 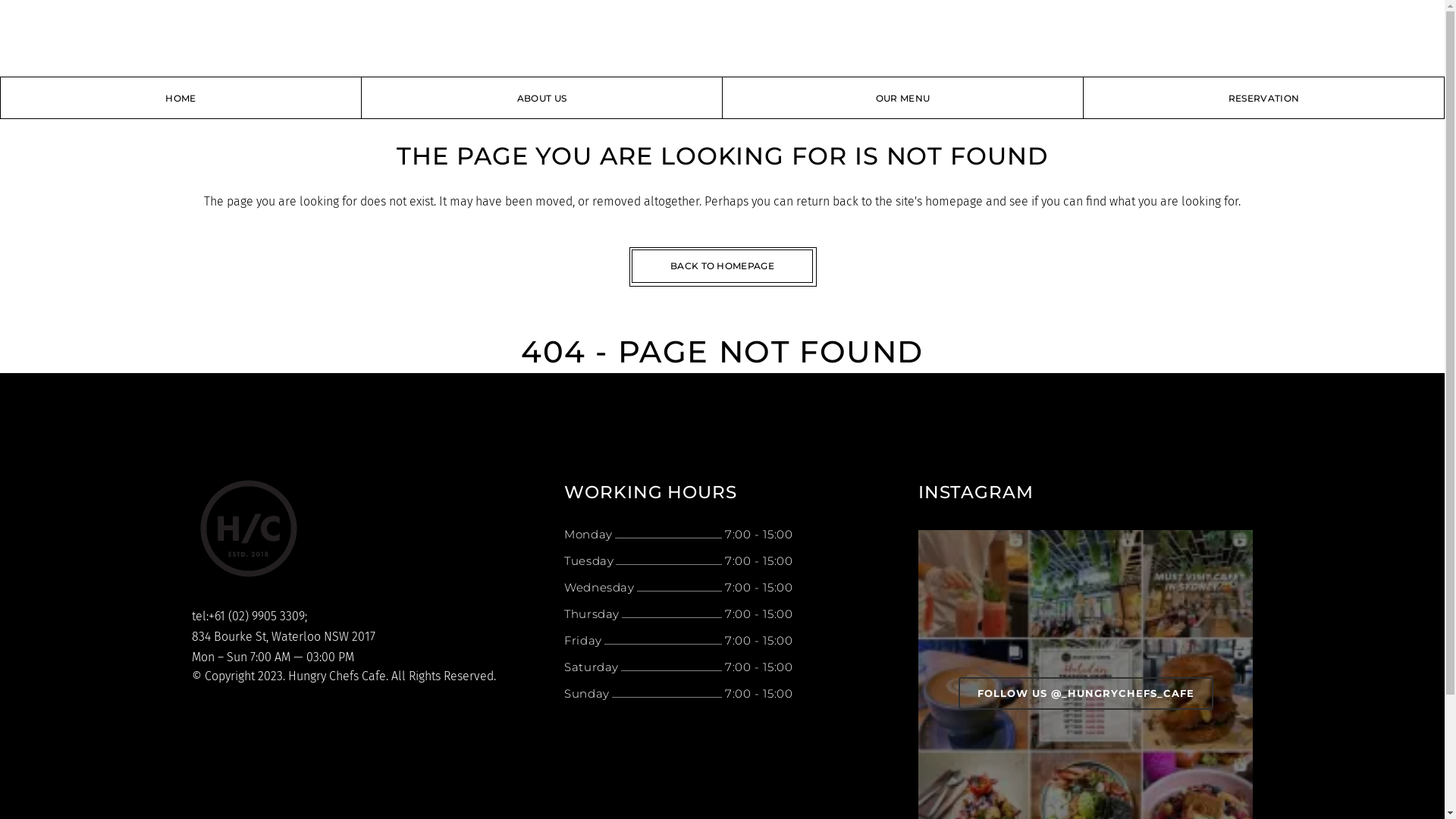 What do you see at coordinates (902, 99) in the screenshot?
I see `'OUR MENU'` at bounding box center [902, 99].